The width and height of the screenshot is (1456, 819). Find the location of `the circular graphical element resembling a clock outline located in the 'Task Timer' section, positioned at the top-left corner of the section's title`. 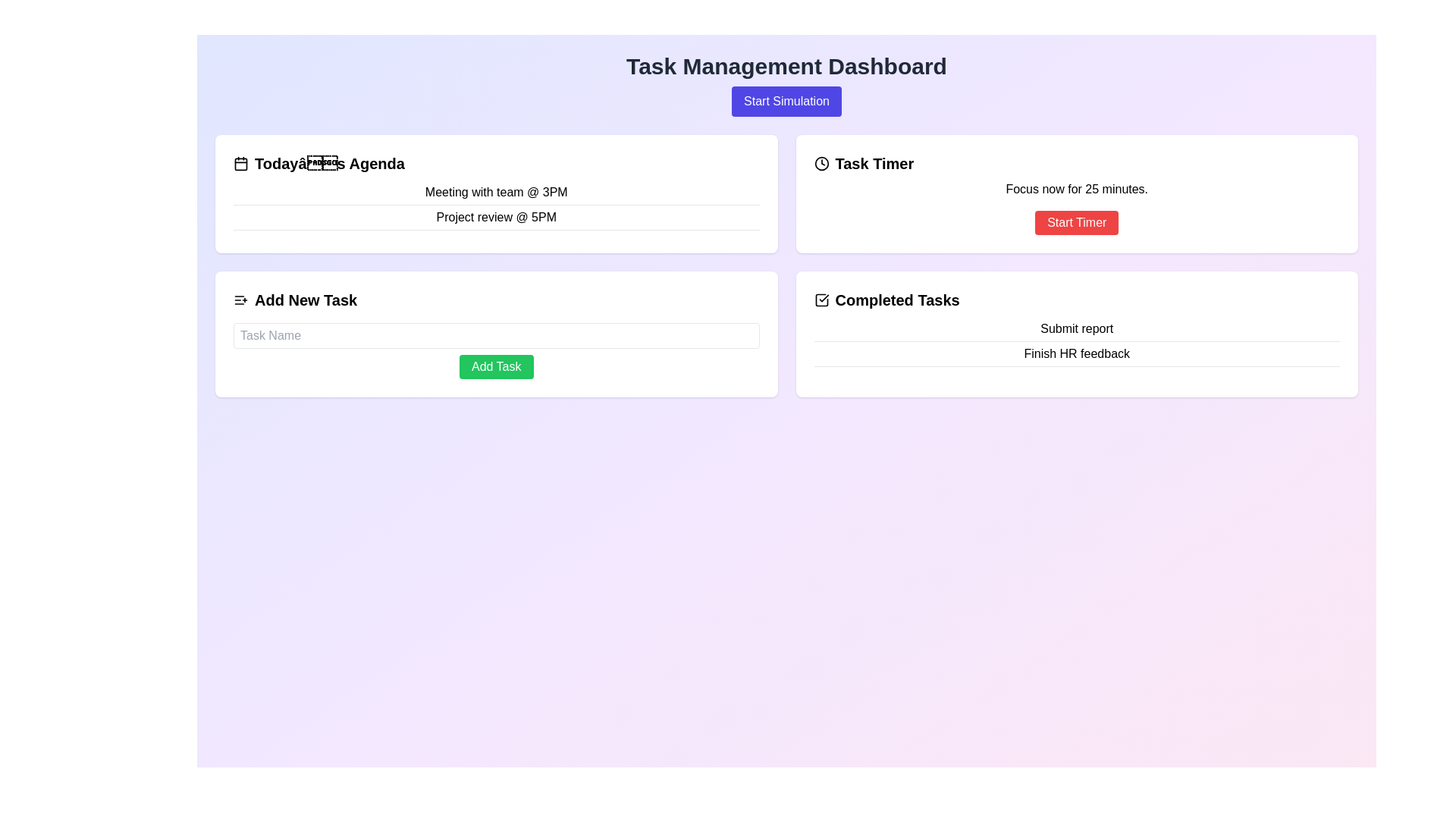

the circular graphical element resembling a clock outline located in the 'Task Timer' section, positioned at the top-left corner of the section's title is located at coordinates (821, 164).